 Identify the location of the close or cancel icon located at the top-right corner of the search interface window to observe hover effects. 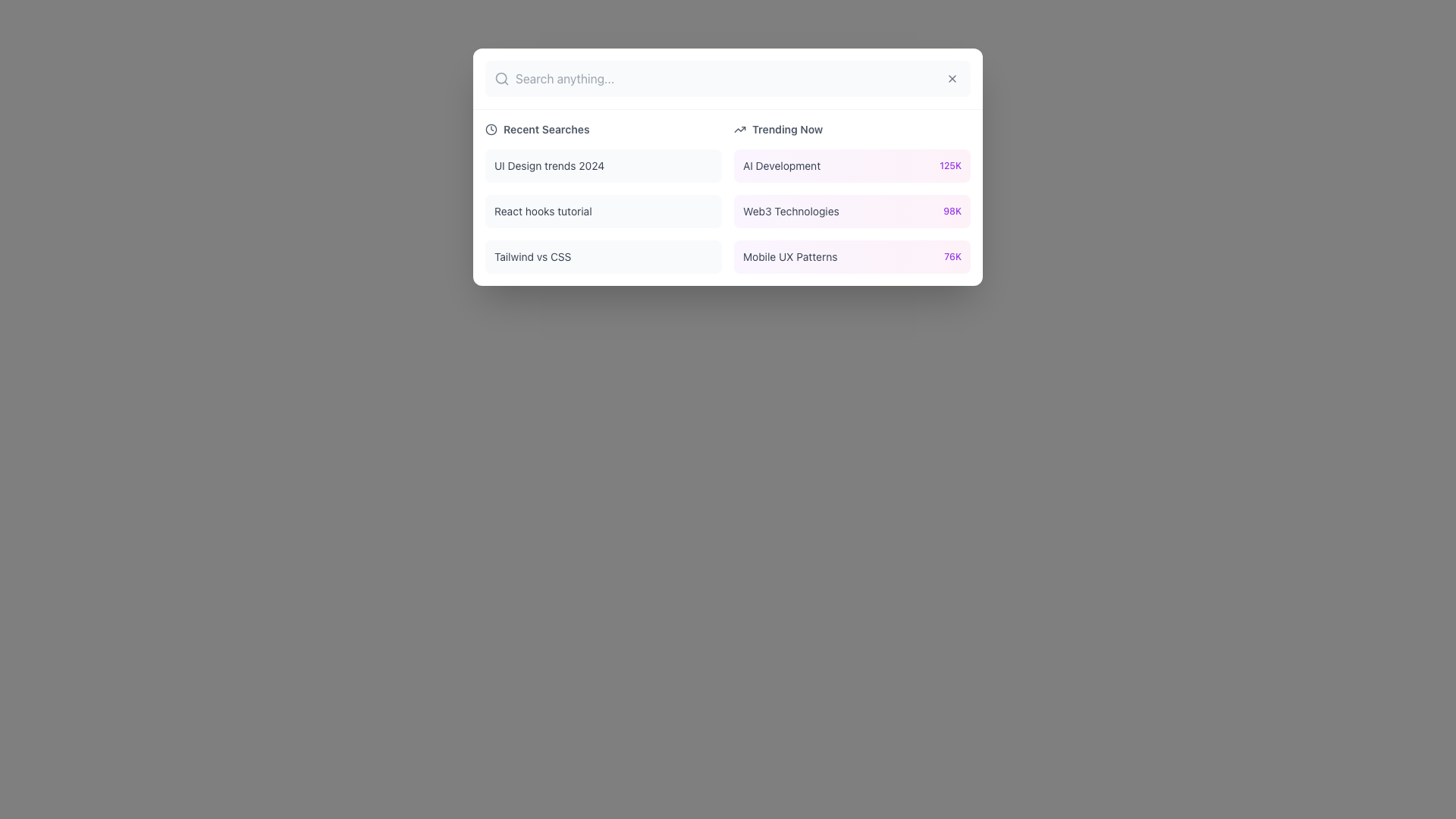
(952, 79).